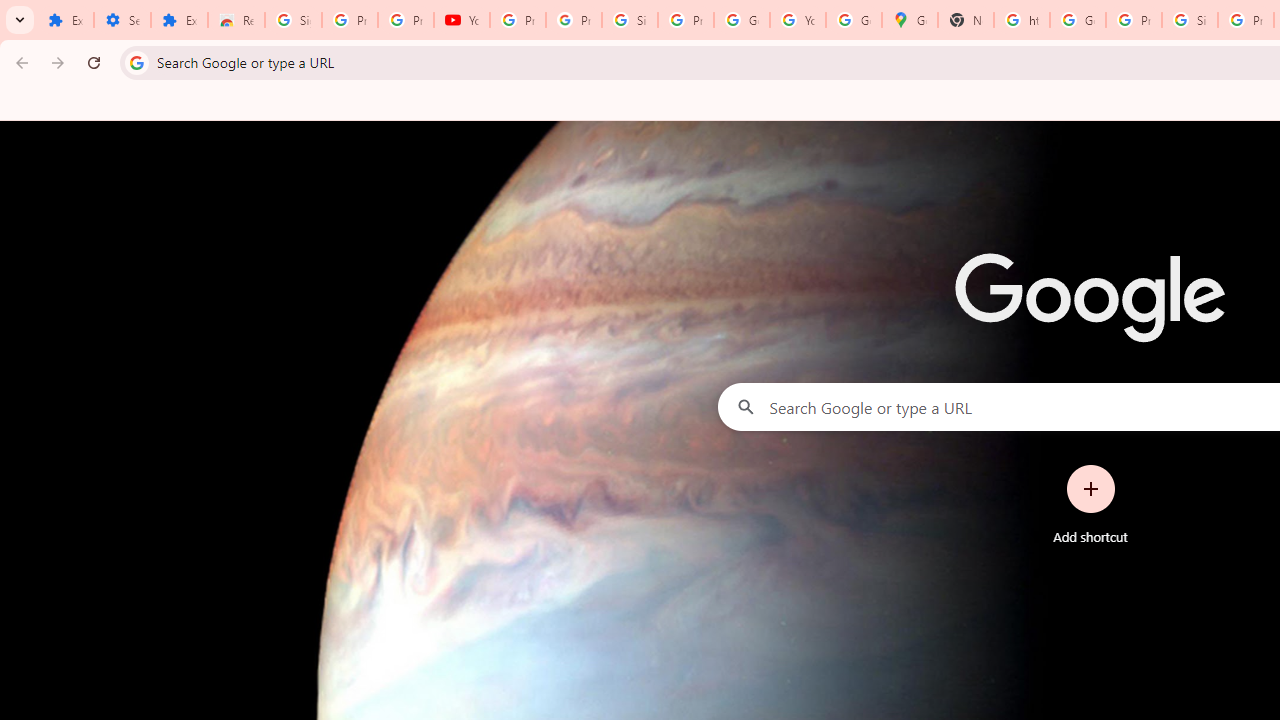 The height and width of the screenshot is (720, 1280). Describe the element at coordinates (461, 20) in the screenshot. I see `'YouTube'` at that location.